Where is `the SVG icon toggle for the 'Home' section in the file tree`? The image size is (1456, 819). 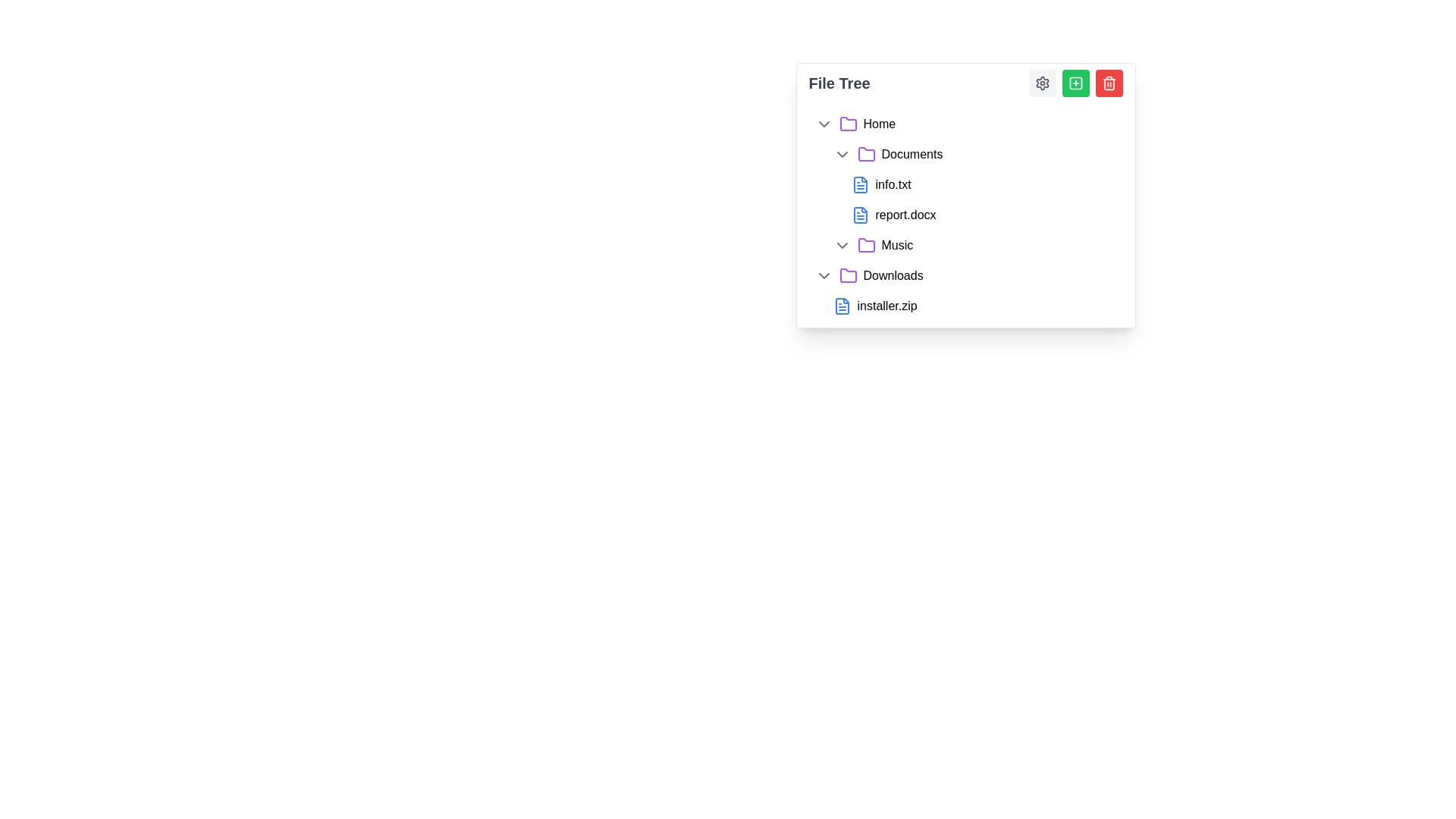
the SVG icon toggle for the 'Home' section in the file tree is located at coordinates (823, 124).